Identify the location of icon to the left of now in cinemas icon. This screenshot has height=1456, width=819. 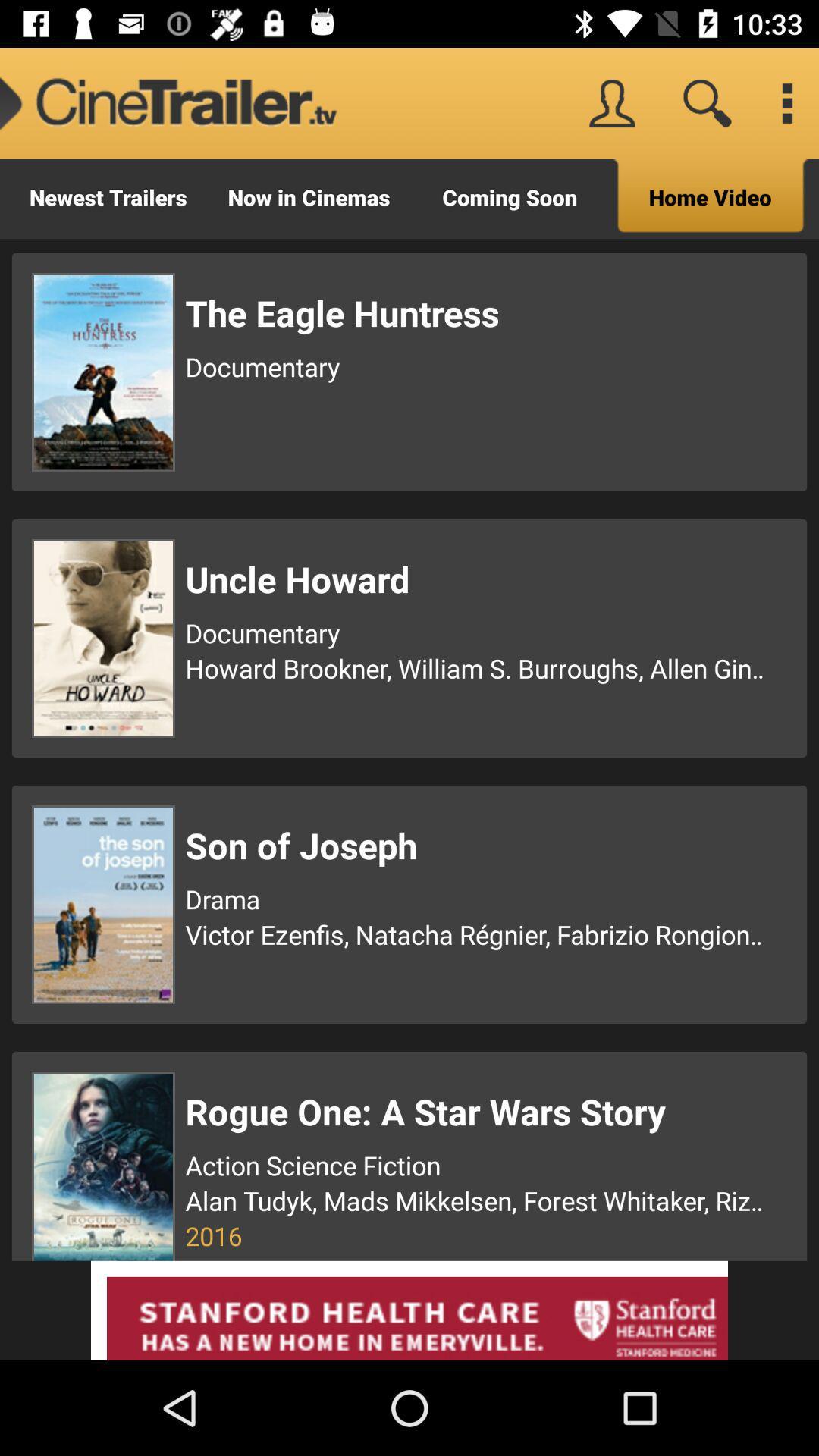
(107, 198).